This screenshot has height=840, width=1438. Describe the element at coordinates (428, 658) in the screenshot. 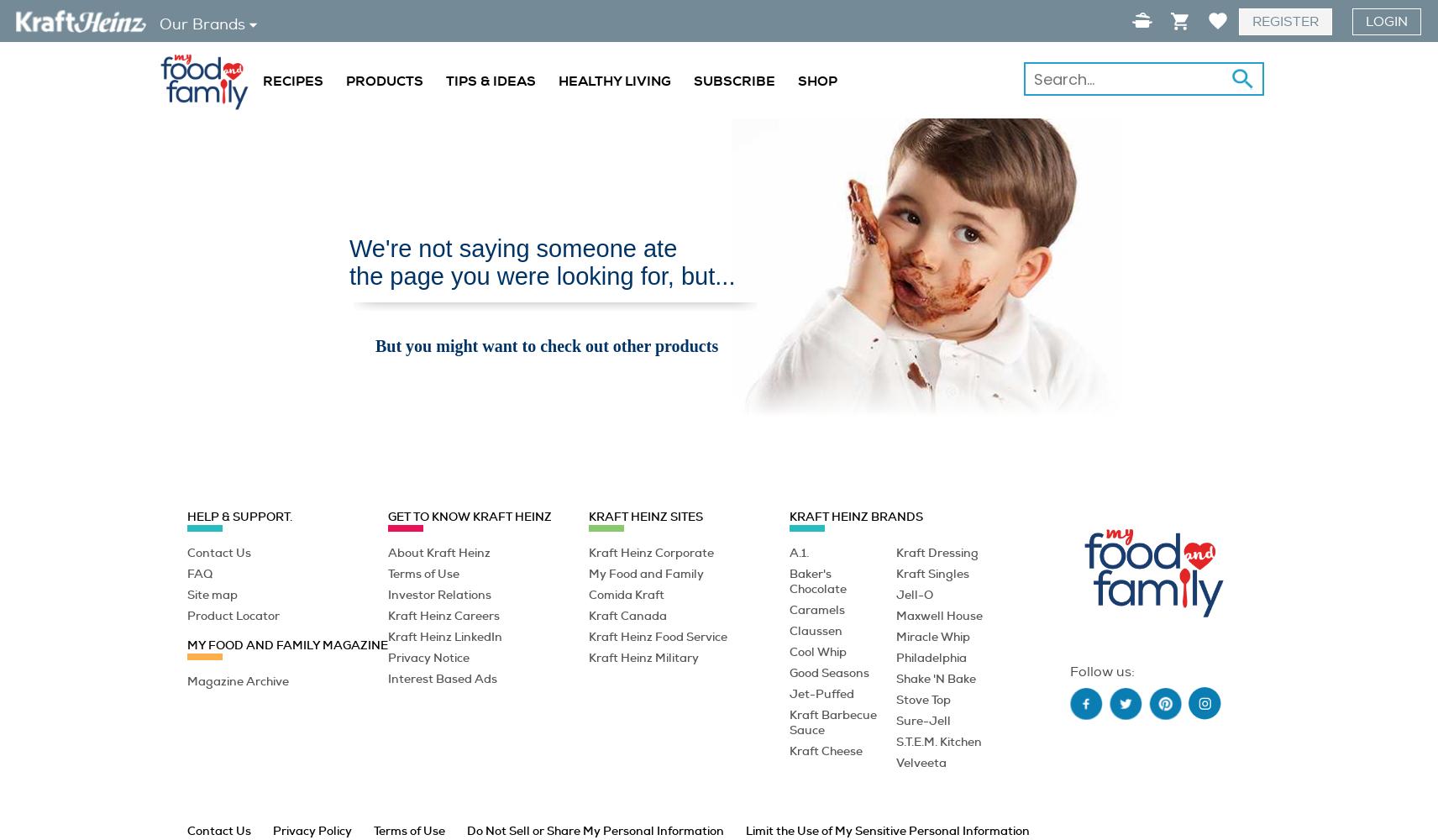

I see `'Privacy Notice'` at that location.